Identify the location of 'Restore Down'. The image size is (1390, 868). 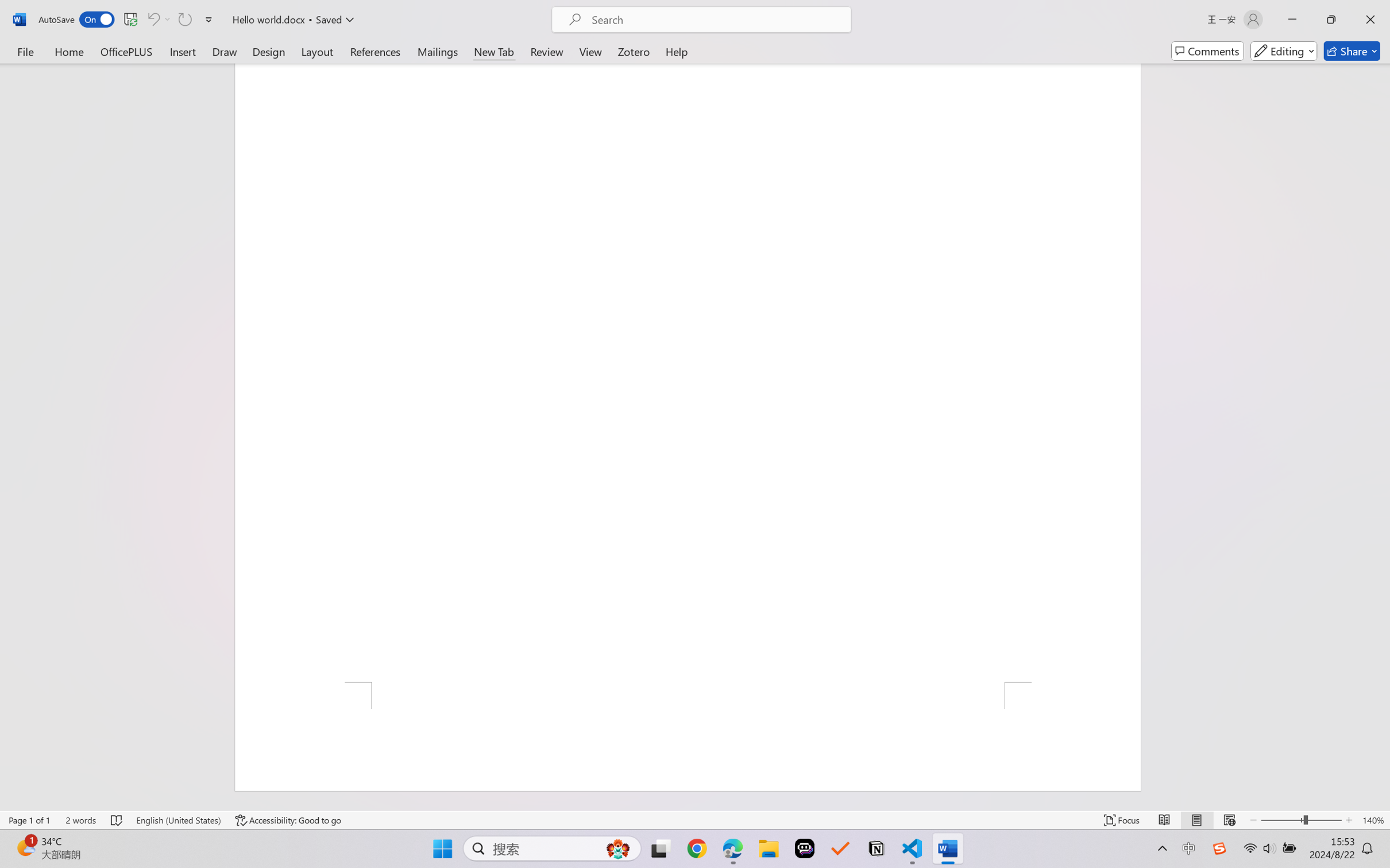
(1331, 19).